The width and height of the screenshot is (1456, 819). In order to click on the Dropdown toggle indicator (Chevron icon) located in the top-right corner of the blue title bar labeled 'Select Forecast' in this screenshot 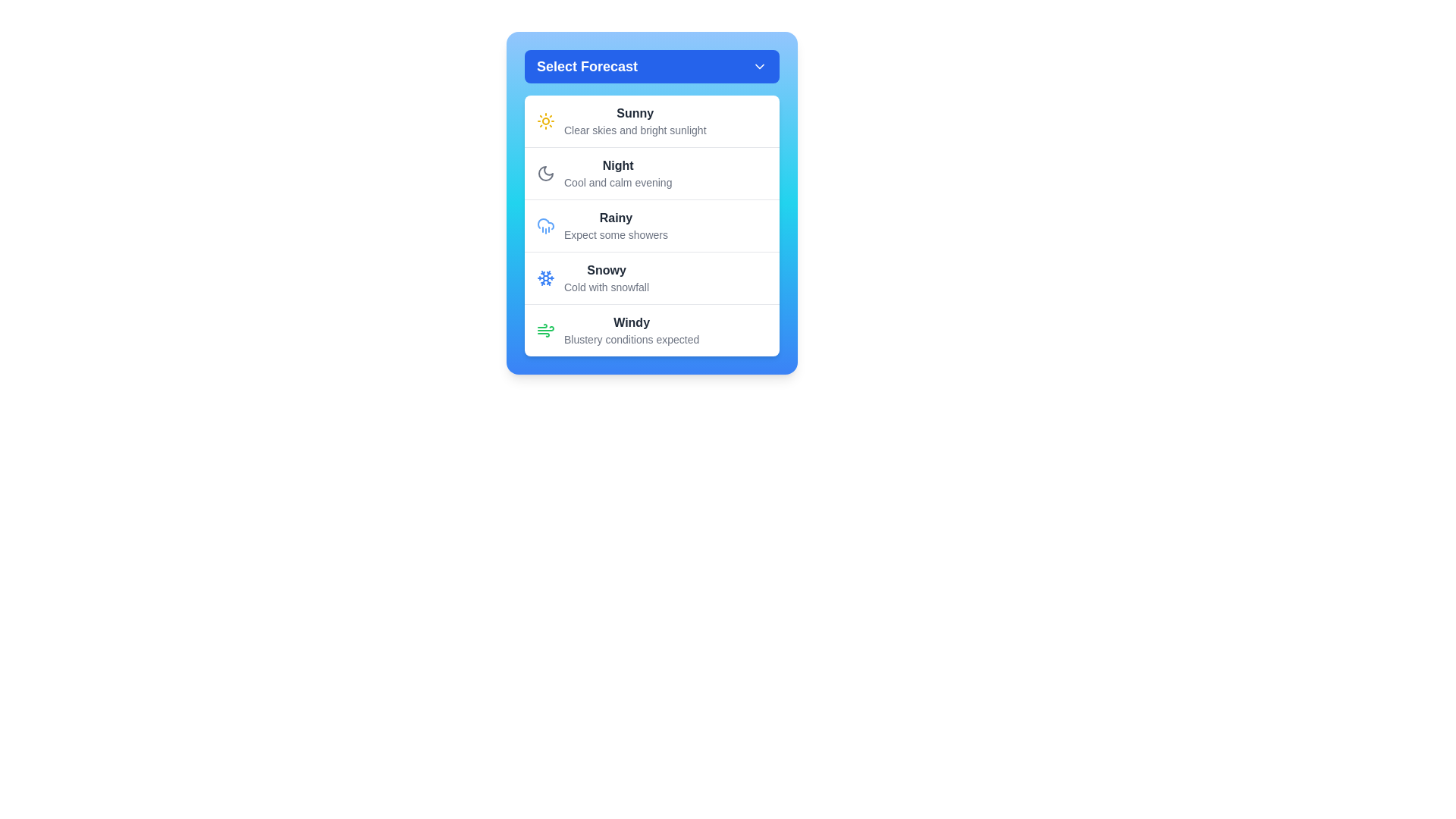, I will do `click(760, 66)`.